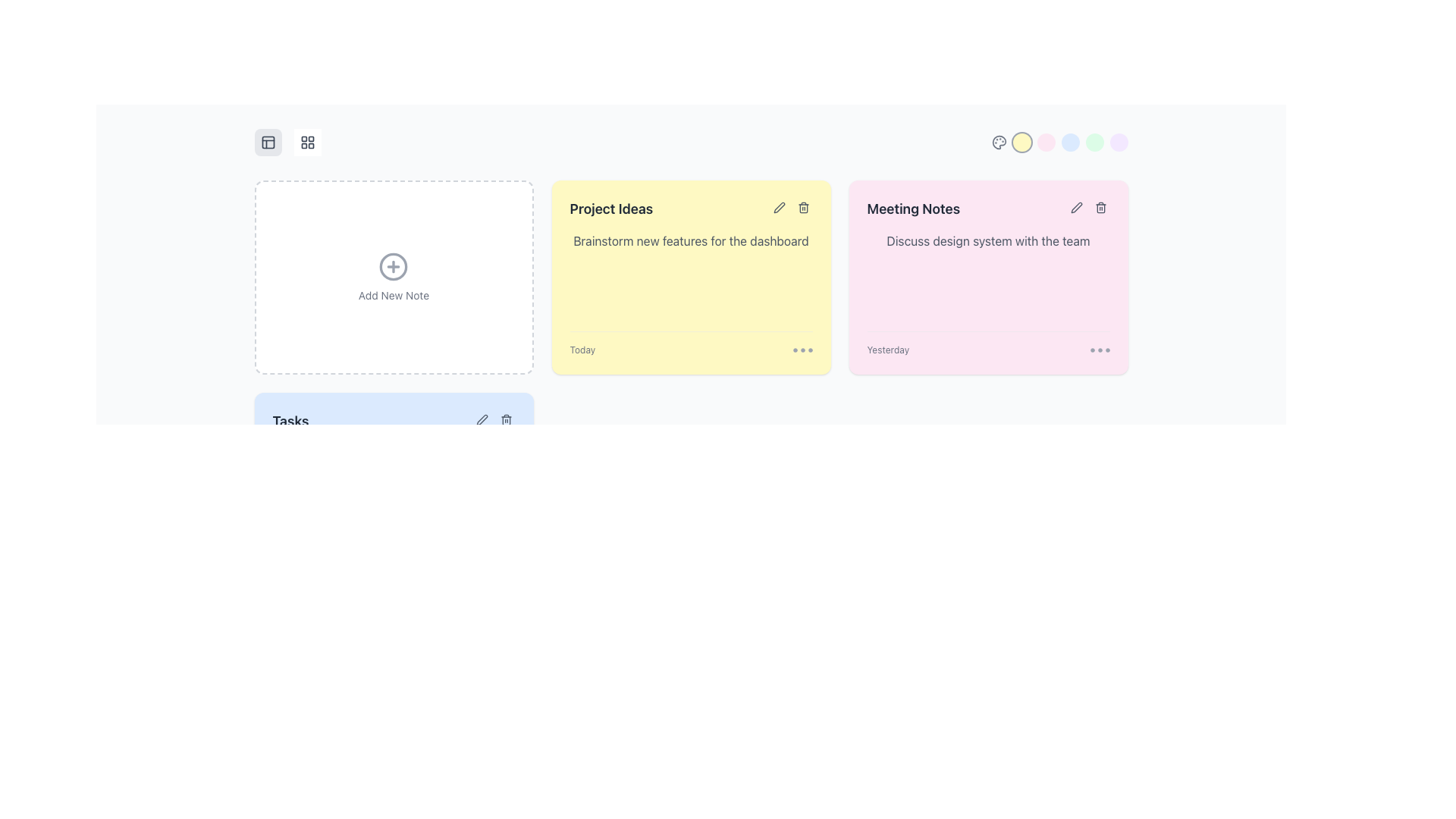 This screenshot has height=819, width=1456. I want to click on the 'Project Ideas' text label, which is a large, bold, dark gray text situated on a yellow background card in the second column of a grid layout, so click(611, 209).